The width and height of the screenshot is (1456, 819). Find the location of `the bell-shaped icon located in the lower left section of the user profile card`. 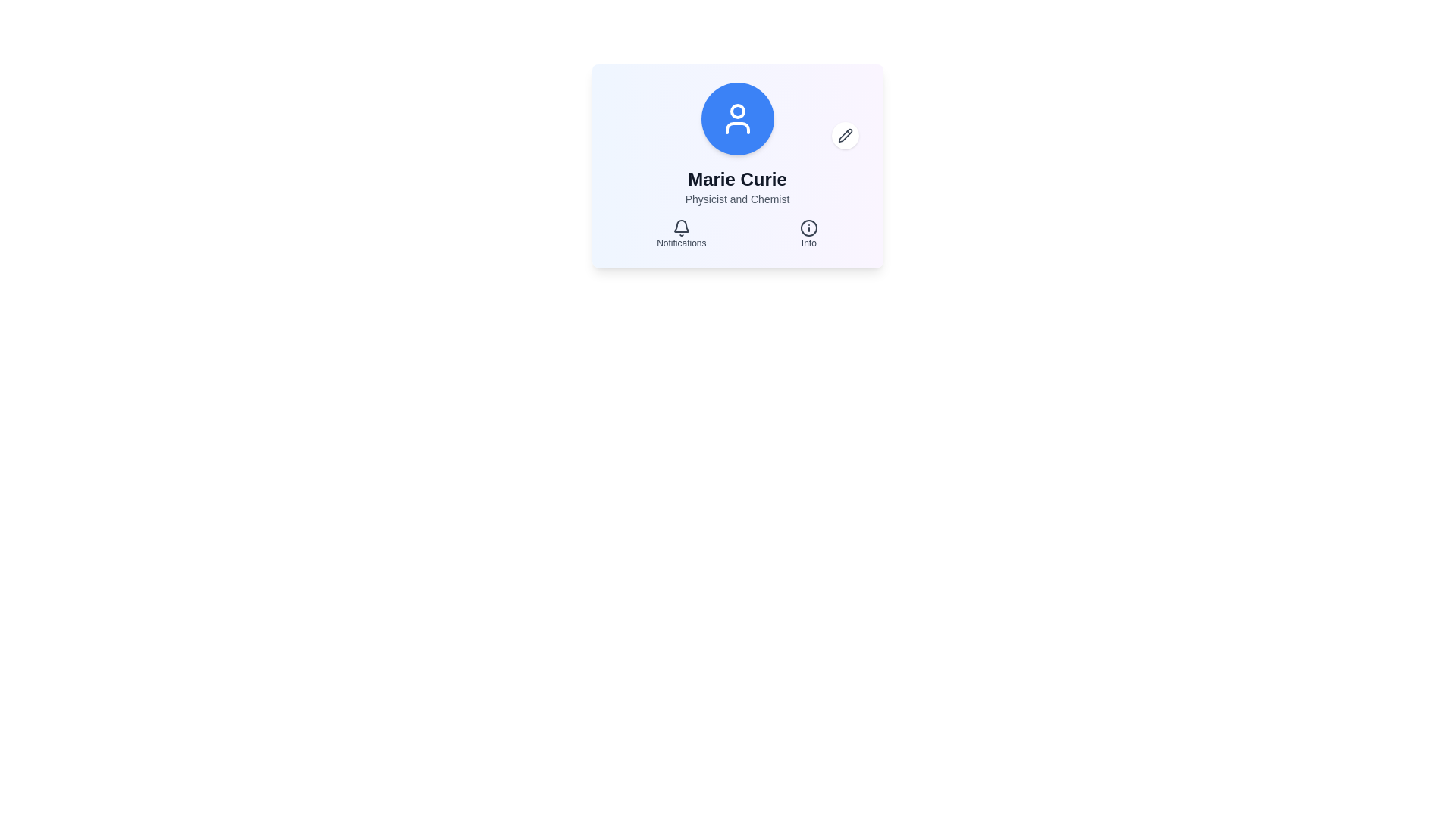

the bell-shaped icon located in the lower left section of the user profile card is located at coordinates (680, 227).